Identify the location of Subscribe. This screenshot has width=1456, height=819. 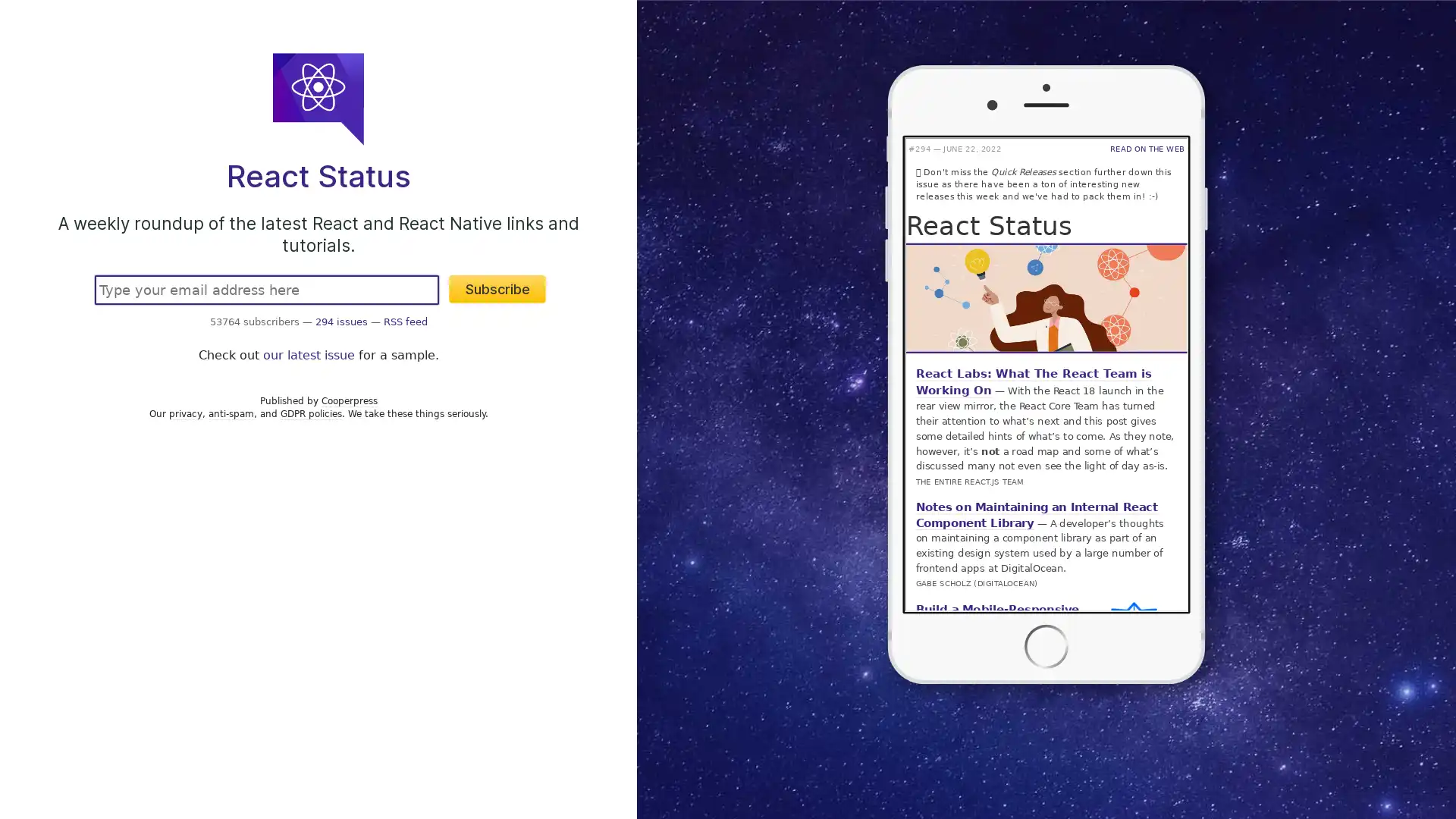
(497, 289).